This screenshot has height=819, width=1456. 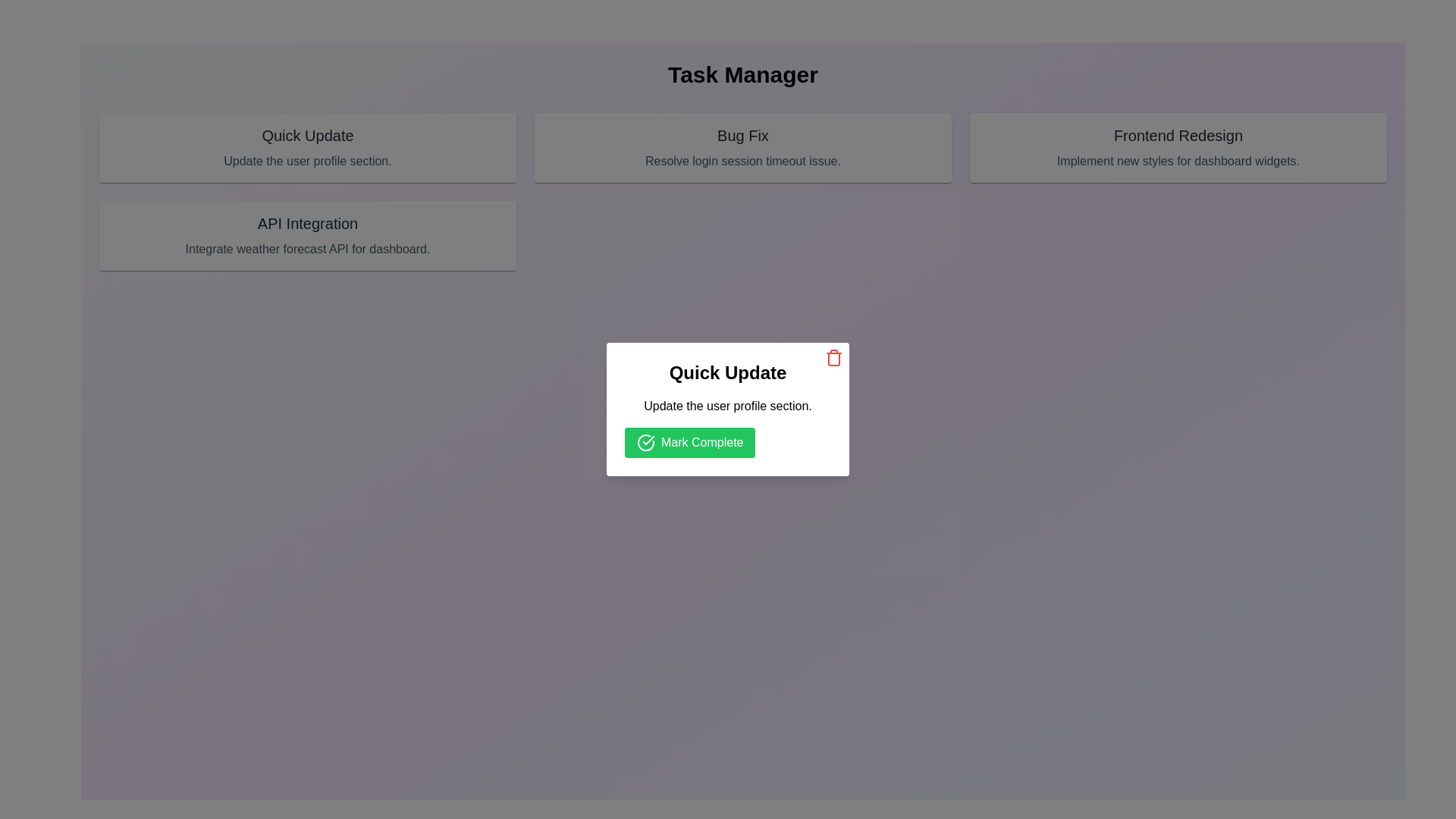 What do you see at coordinates (645, 442) in the screenshot?
I see `the 'Mark Complete' button which contains a circular green icon with a white check mark, located below the 'Quick Update' label in the modal box` at bounding box center [645, 442].